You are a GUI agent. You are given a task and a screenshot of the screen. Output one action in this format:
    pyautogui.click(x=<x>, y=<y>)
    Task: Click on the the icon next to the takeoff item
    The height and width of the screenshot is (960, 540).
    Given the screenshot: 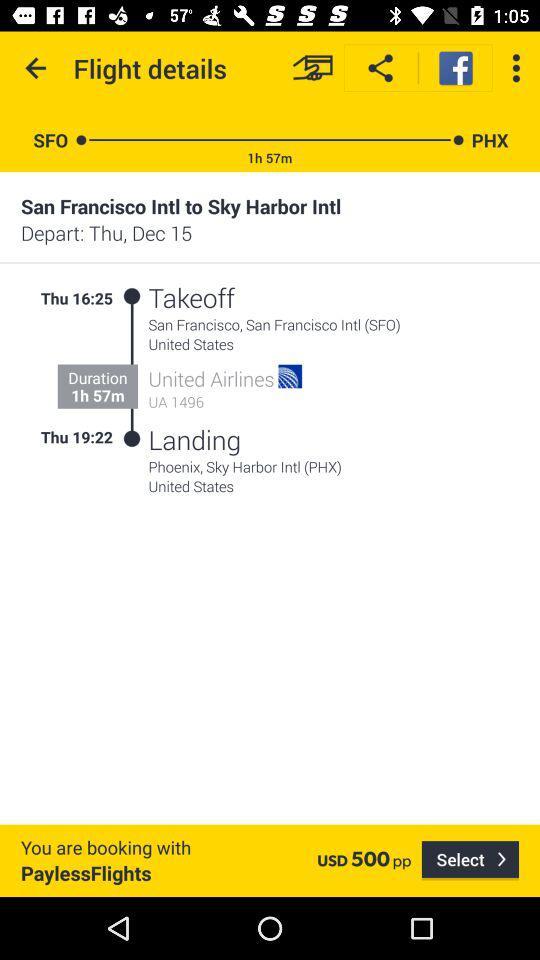 What is the action you would take?
    pyautogui.click(x=131, y=295)
    